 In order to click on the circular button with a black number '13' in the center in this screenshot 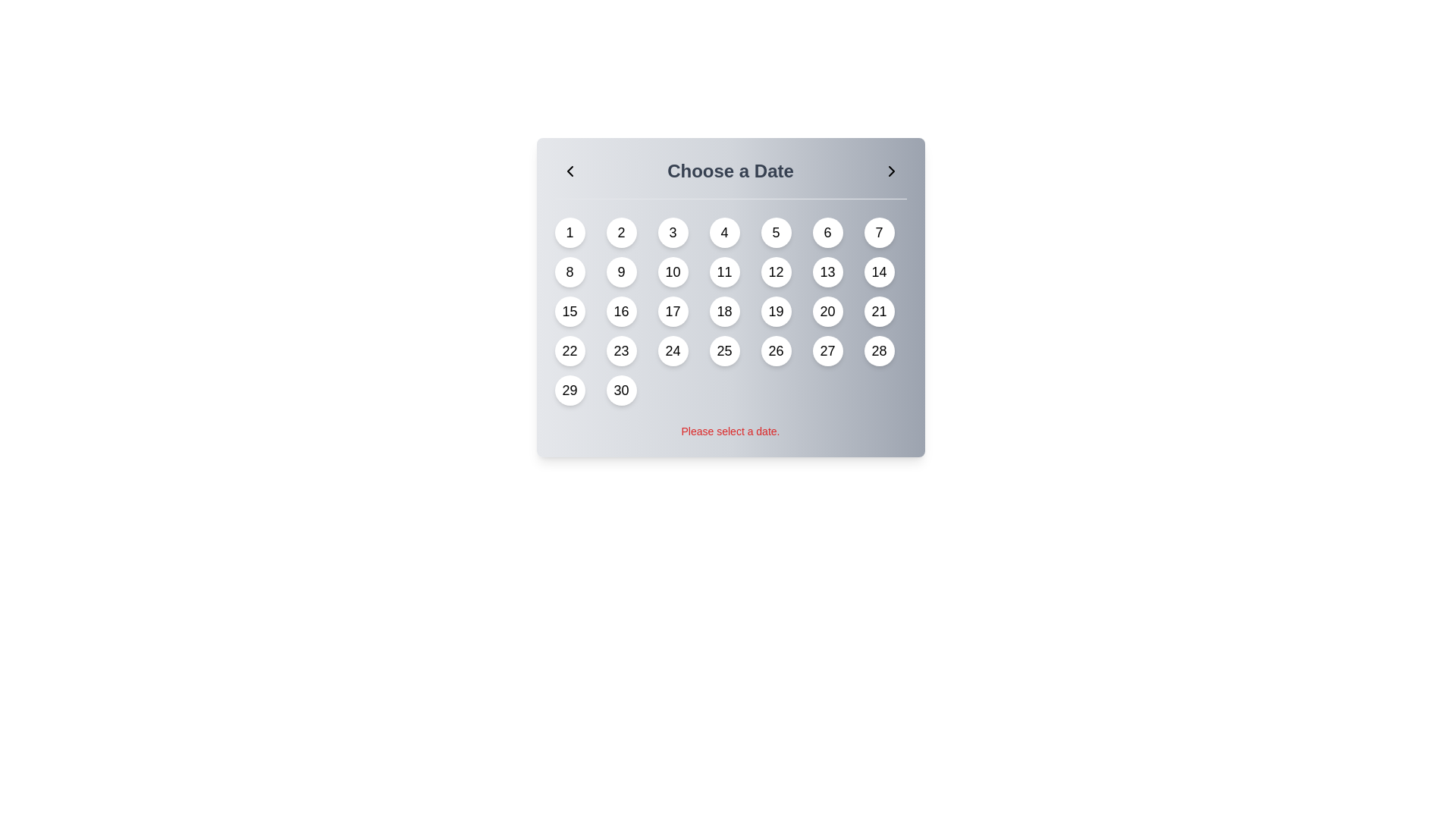, I will do `click(827, 271)`.